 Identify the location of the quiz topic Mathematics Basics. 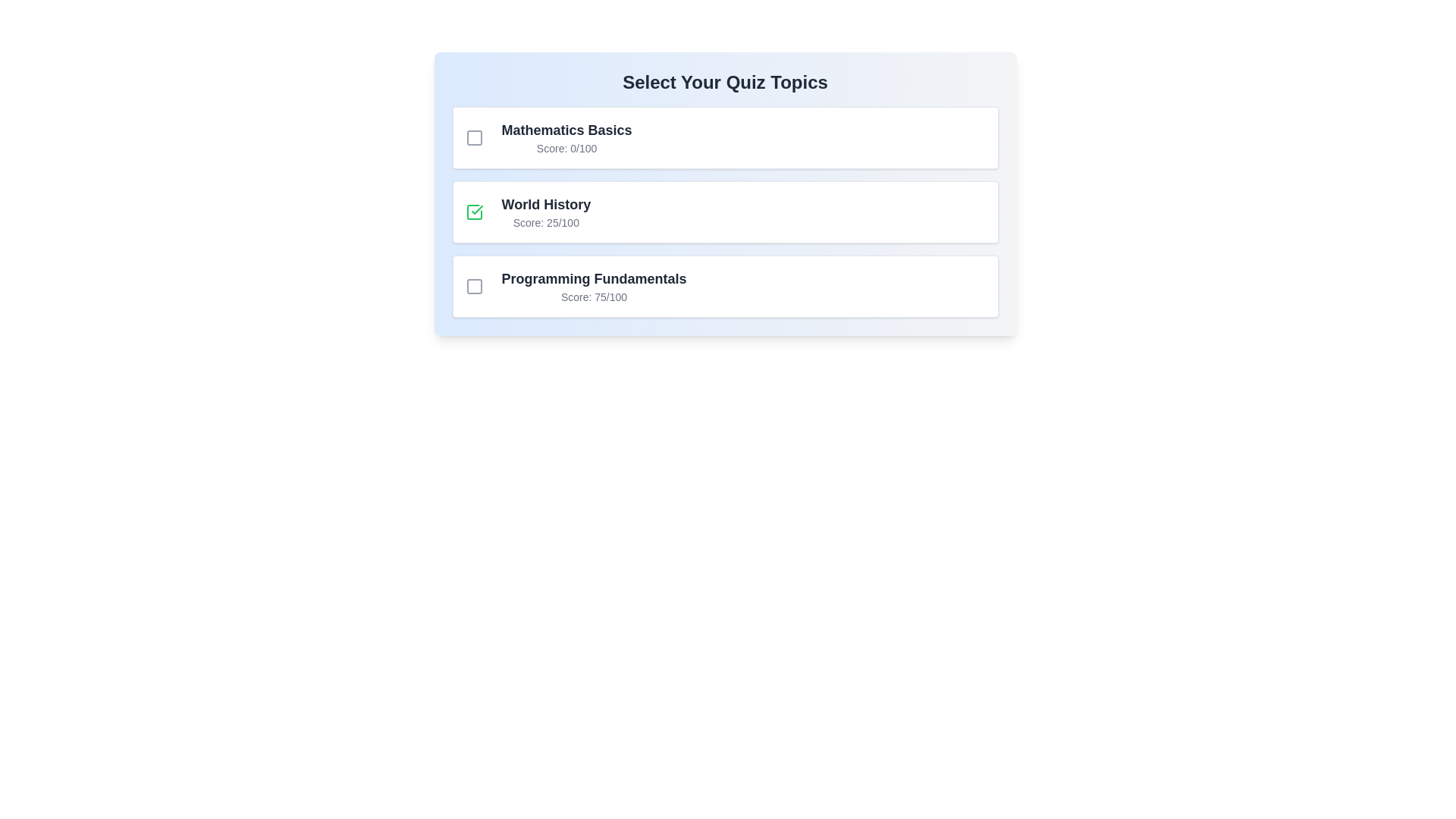
(473, 137).